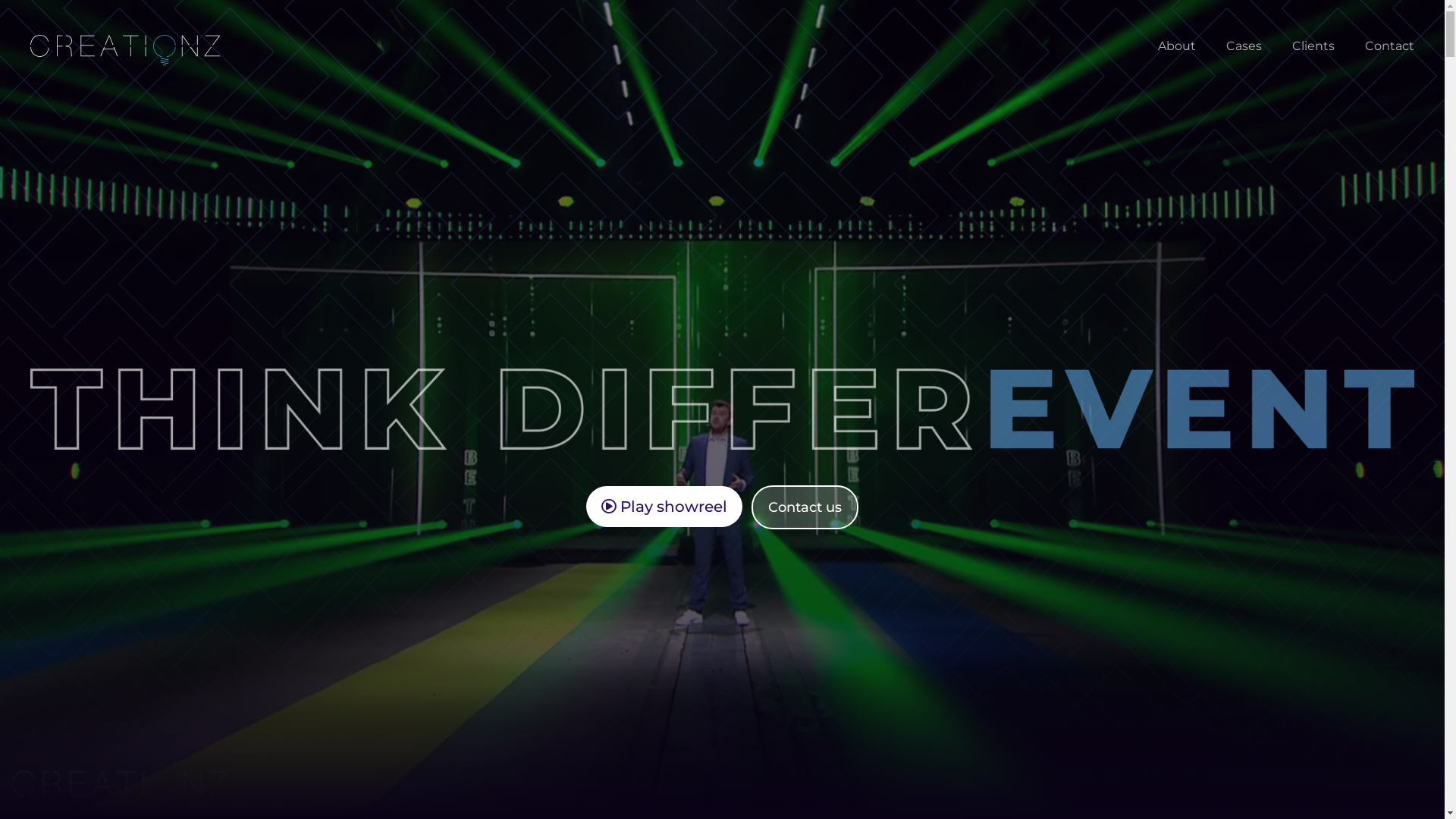  What do you see at coordinates (1175, 45) in the screenshot?
I see `'About'` at bounding box center [1175, 45].